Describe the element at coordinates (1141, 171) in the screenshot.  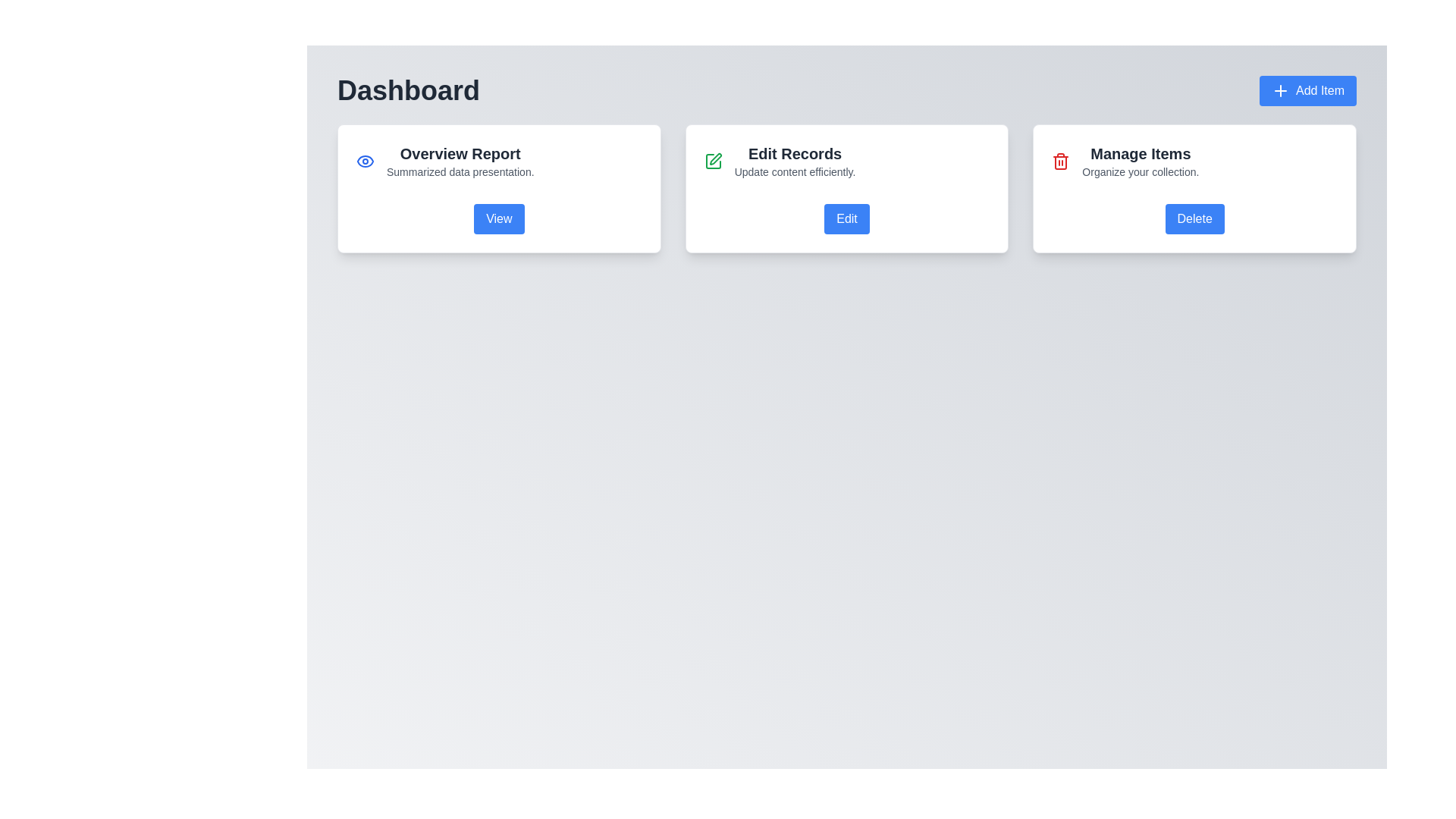
I see `the text label element reading 'Organize your collection.' which is styled in a small, gray font and located below the 'Manage Items' heading in the rightmost card of a three-card layout` at that location.